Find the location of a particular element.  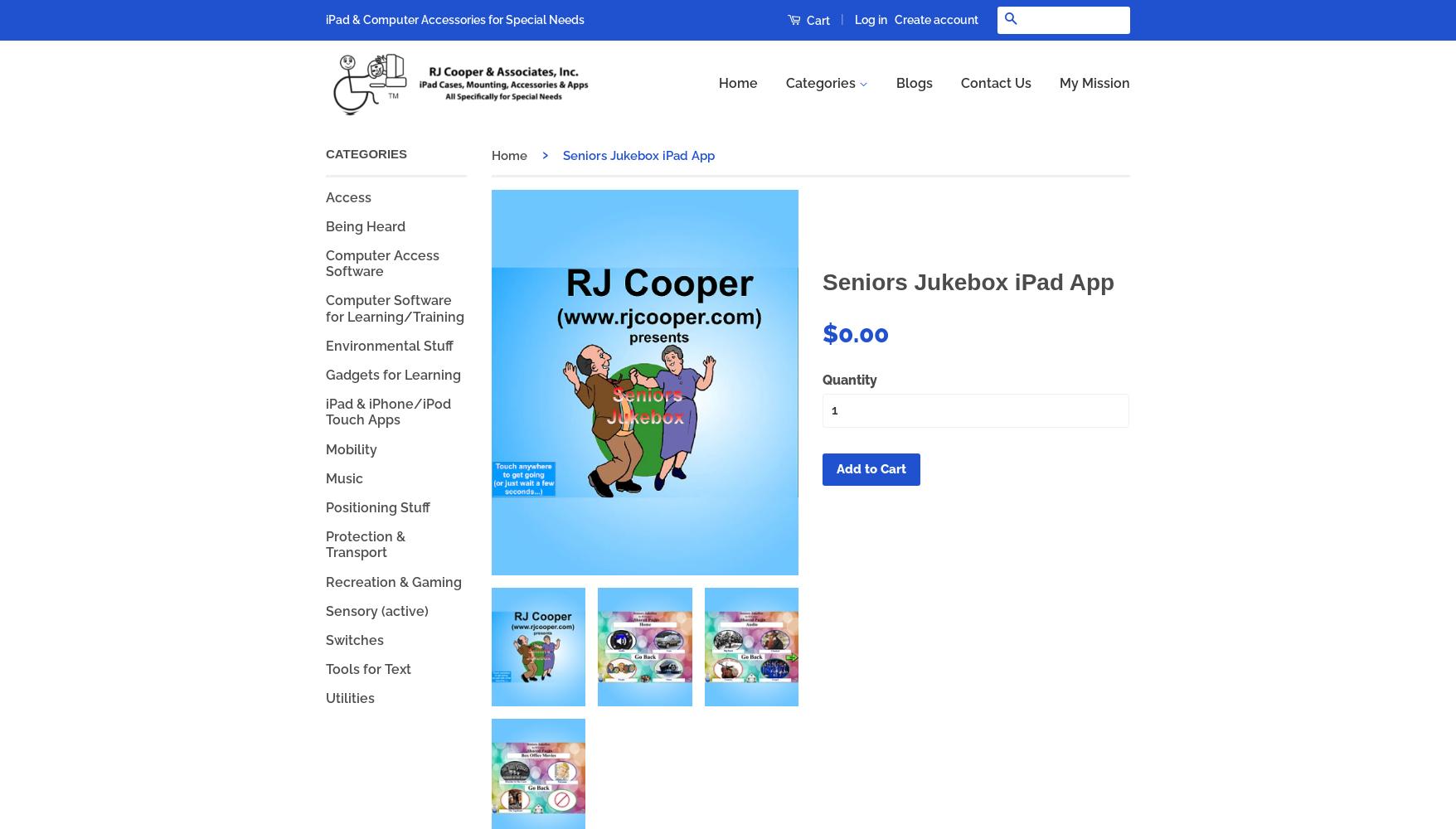

'|' is located at coordinates (842, 19).